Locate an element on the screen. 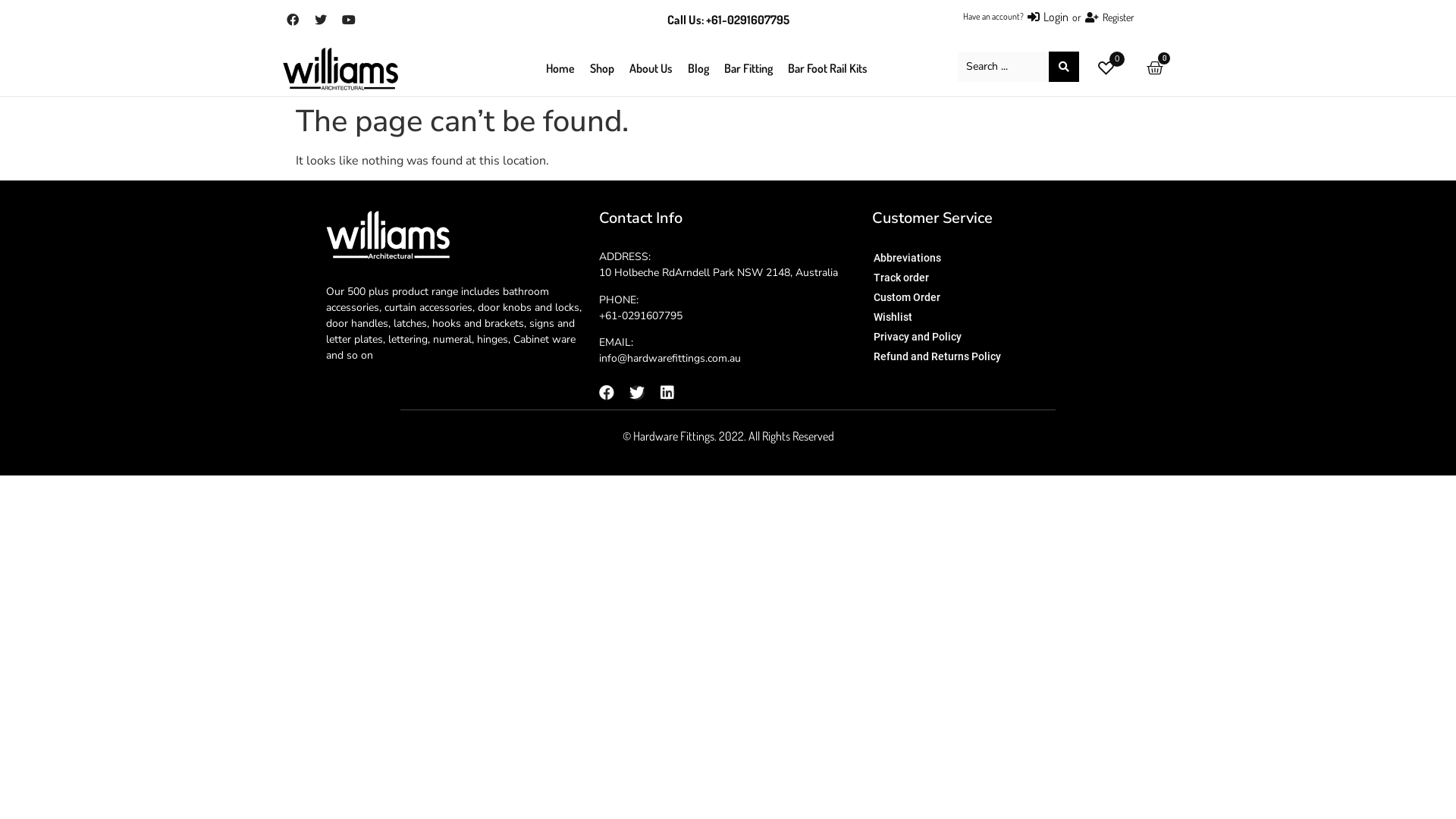  'Privacy and Policy' is located at coordinates (966, 336).